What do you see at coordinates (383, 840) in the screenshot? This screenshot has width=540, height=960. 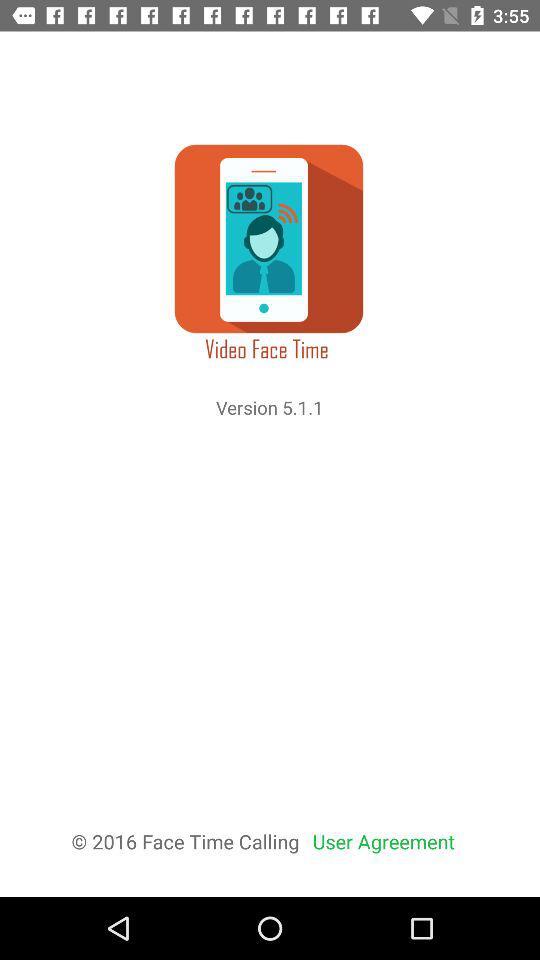 I see `the user agreement item` at bounding box center [383, 840].